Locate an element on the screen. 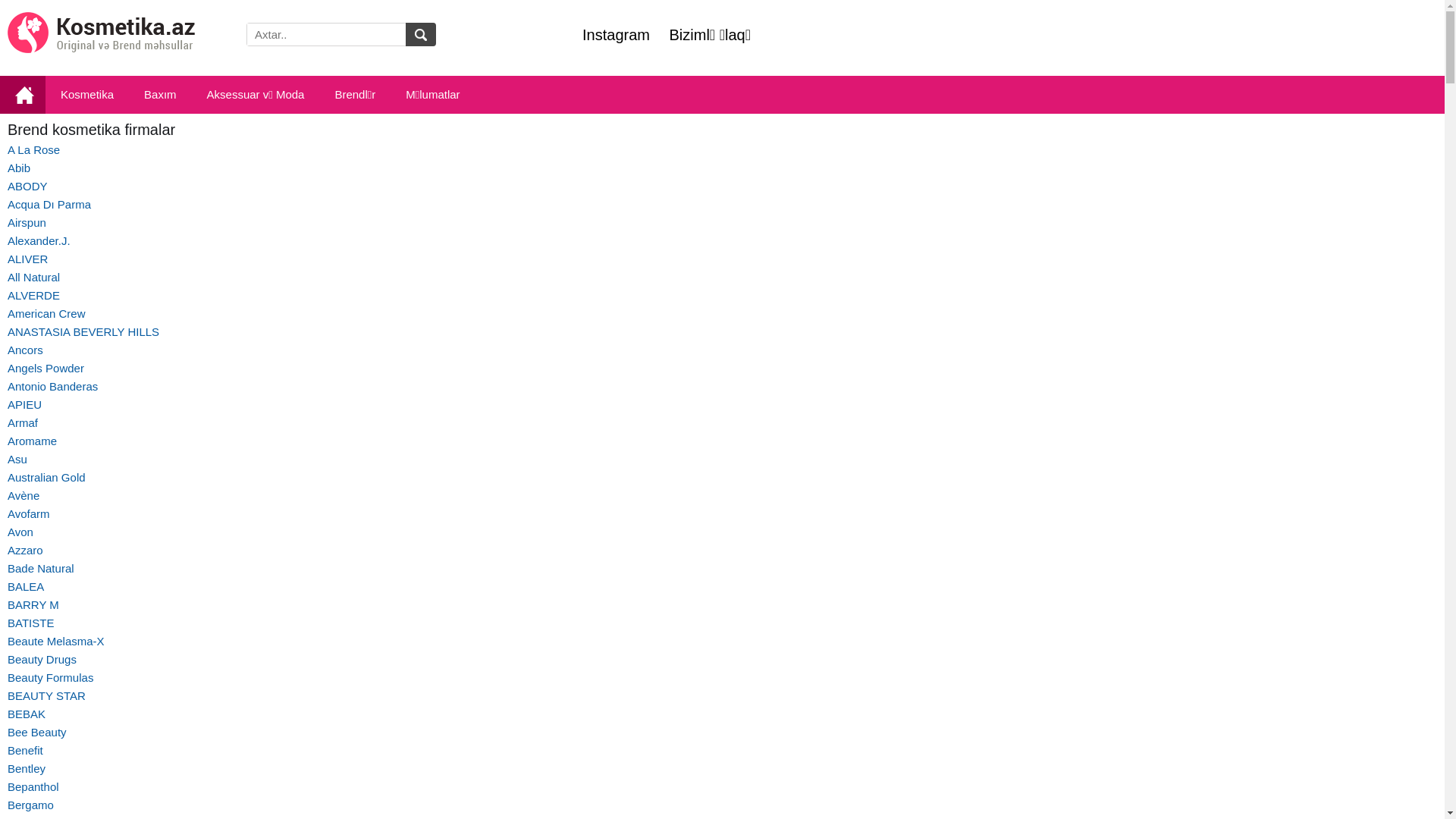 Image resolution: width=1456 pixels, height=819 pixels. 'Benefit' is located at coordinates (25, 749).